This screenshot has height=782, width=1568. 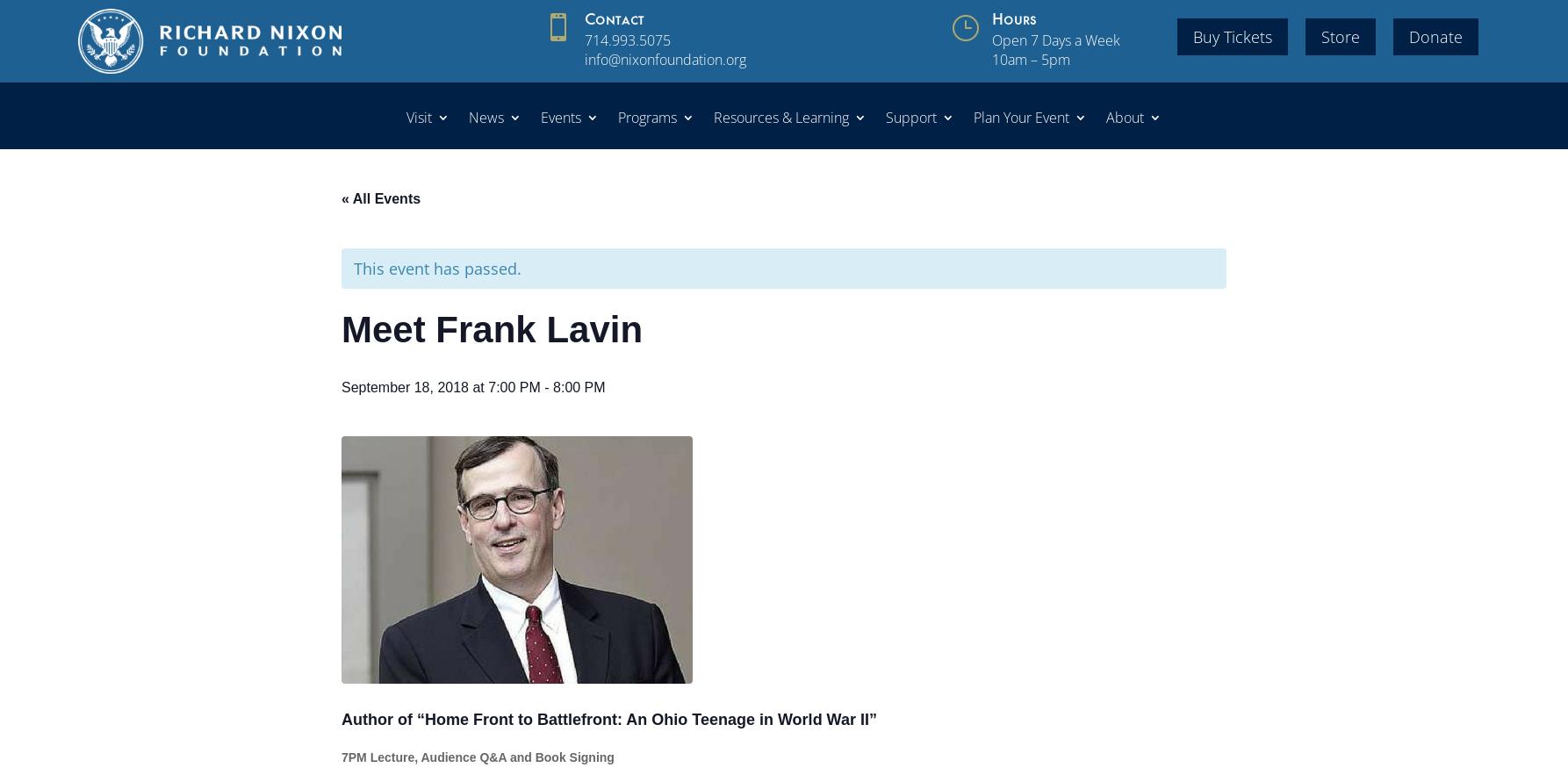 I want to click on 'info@nixonfoundation.org', so click(x=664, y=59).